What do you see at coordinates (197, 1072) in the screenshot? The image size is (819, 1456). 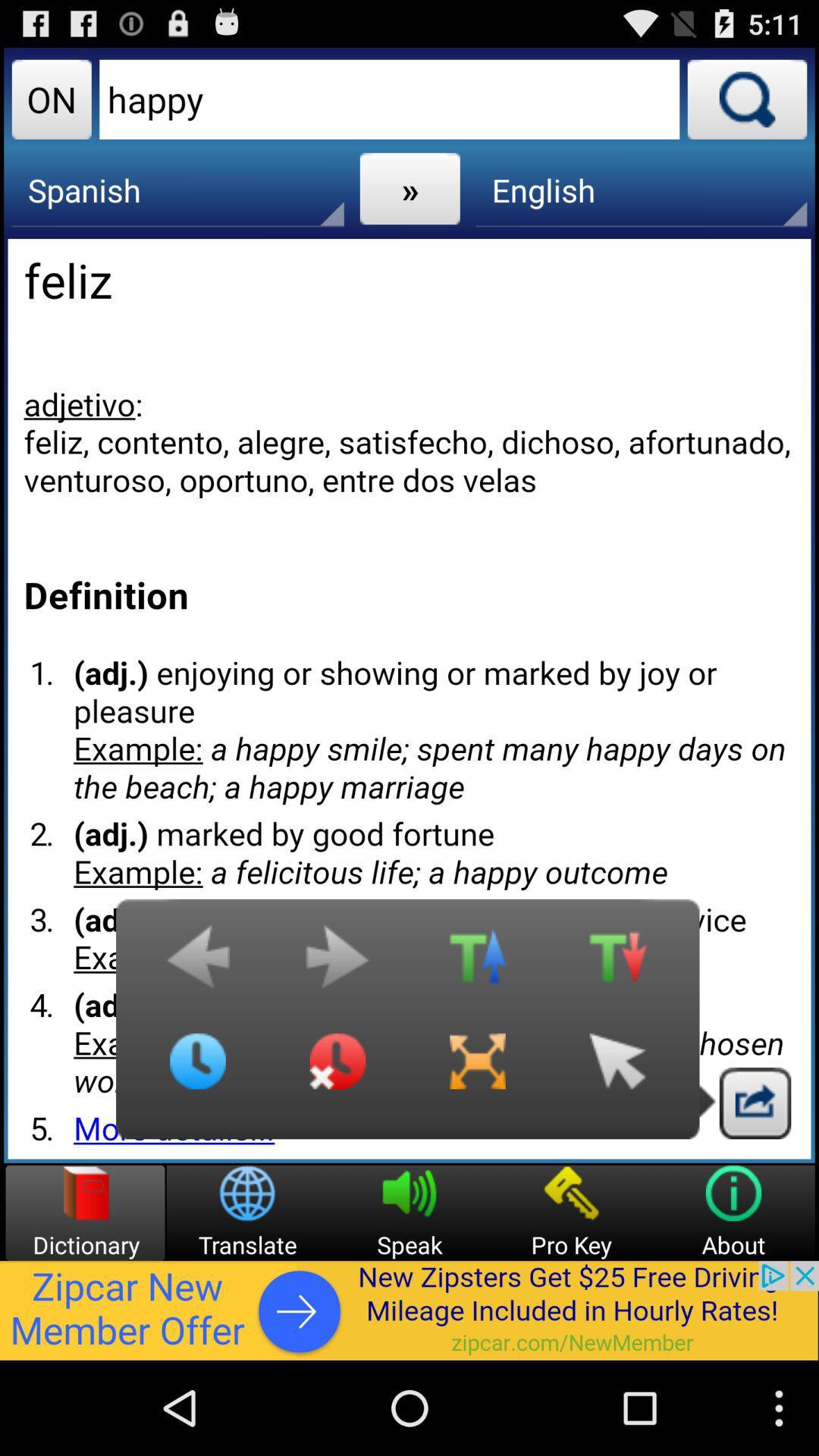 I see `time seting` at bounding box center [197, 1072].